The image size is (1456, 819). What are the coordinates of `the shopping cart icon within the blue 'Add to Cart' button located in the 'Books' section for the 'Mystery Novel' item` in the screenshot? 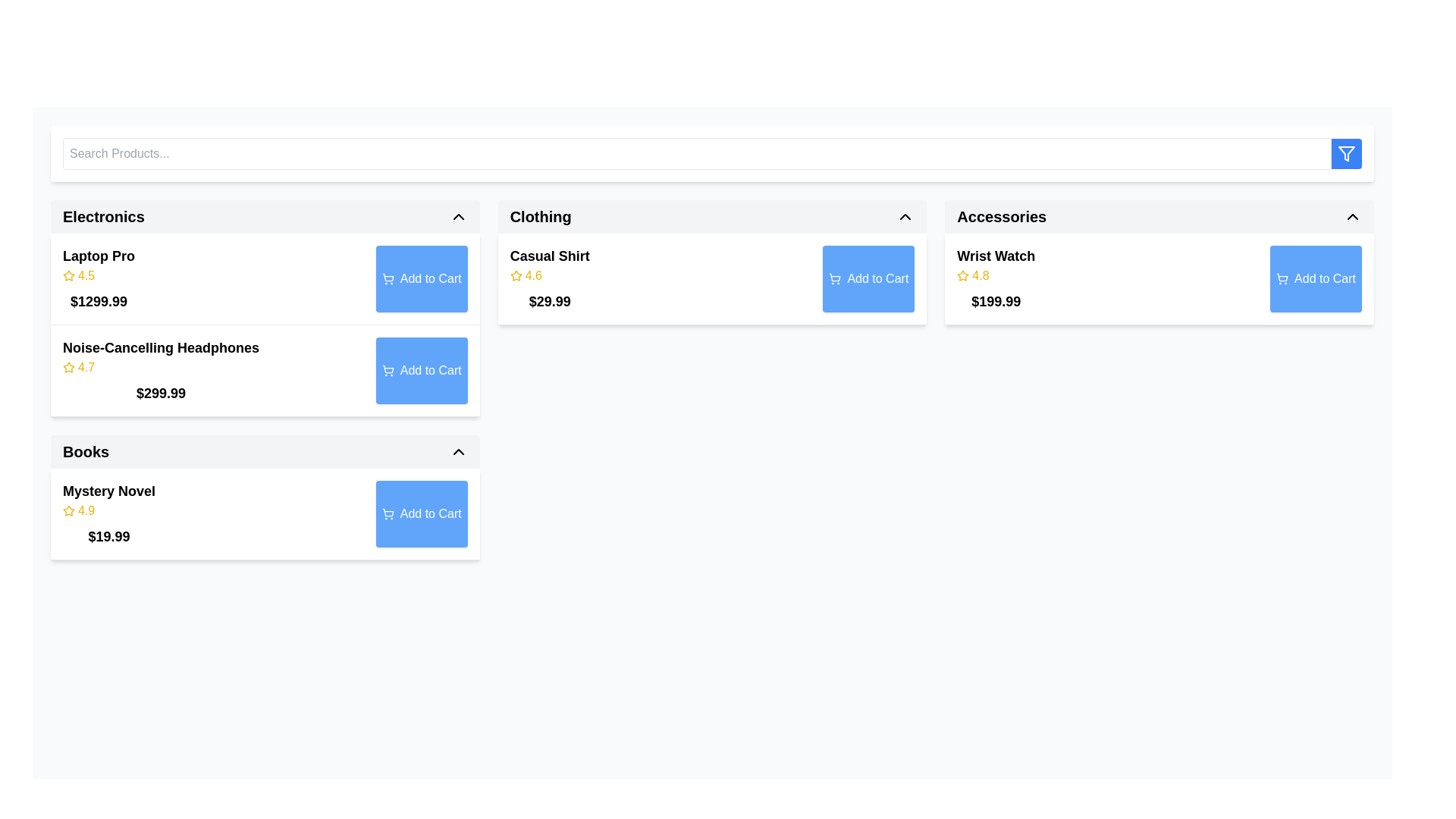 It's located at (388, 512).